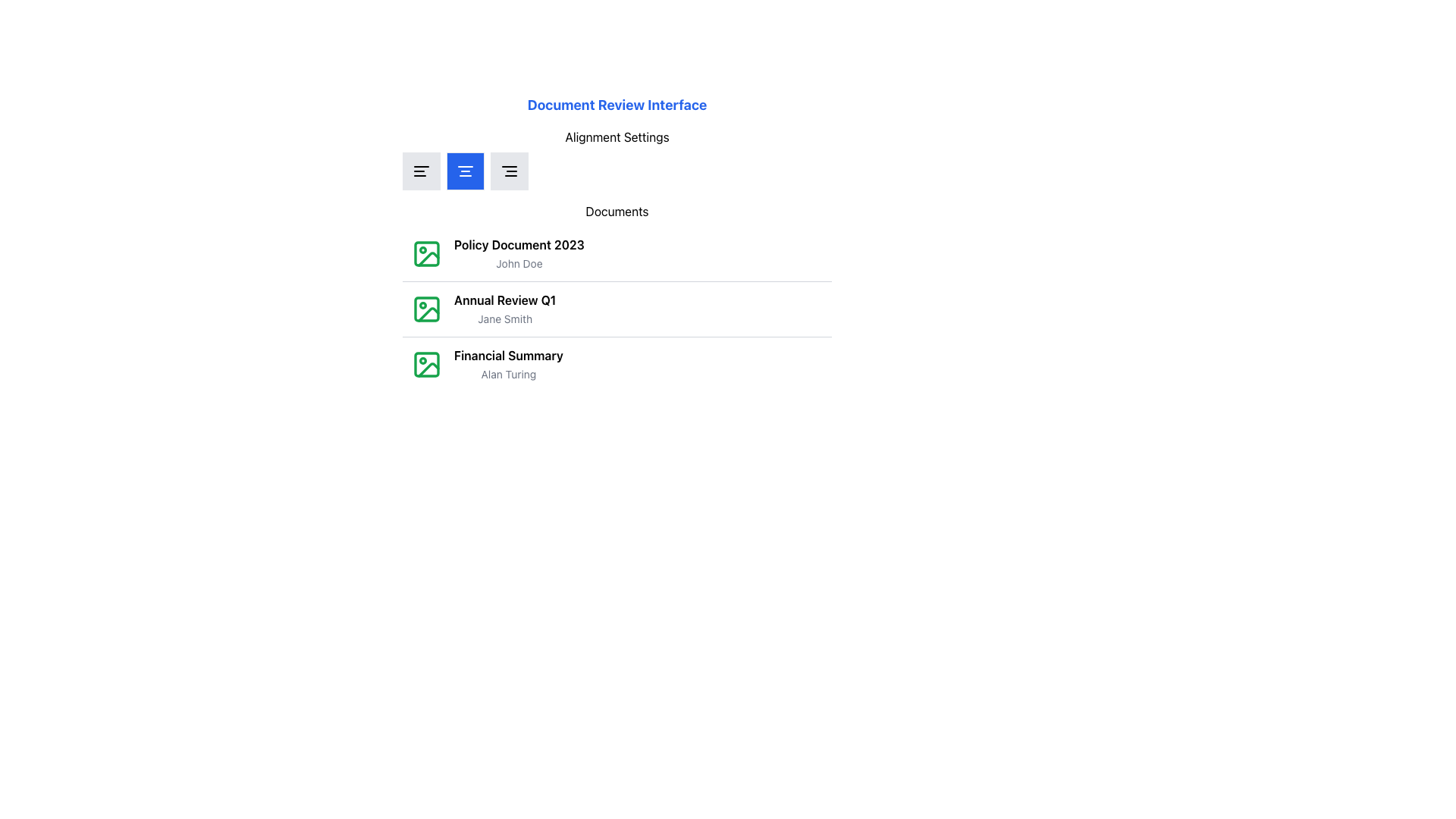  Describe the element at coordinates (425, 365) in the screenshot. I see `the decorative graphic element within the vector-based icon located to the left of the 'Financial Summary' document title` at that location.